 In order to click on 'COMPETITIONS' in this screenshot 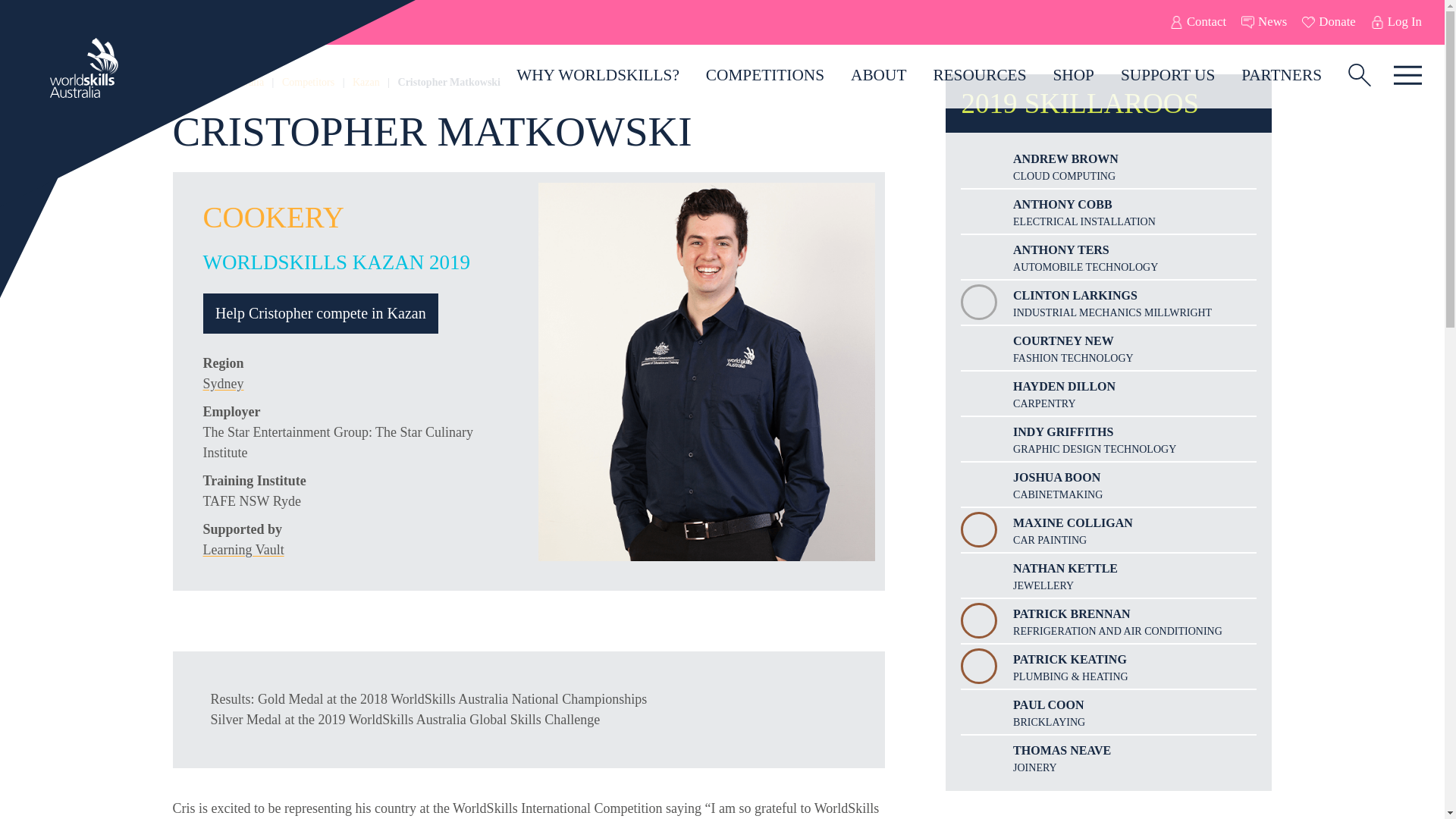, I will do `click(764, 75)`.